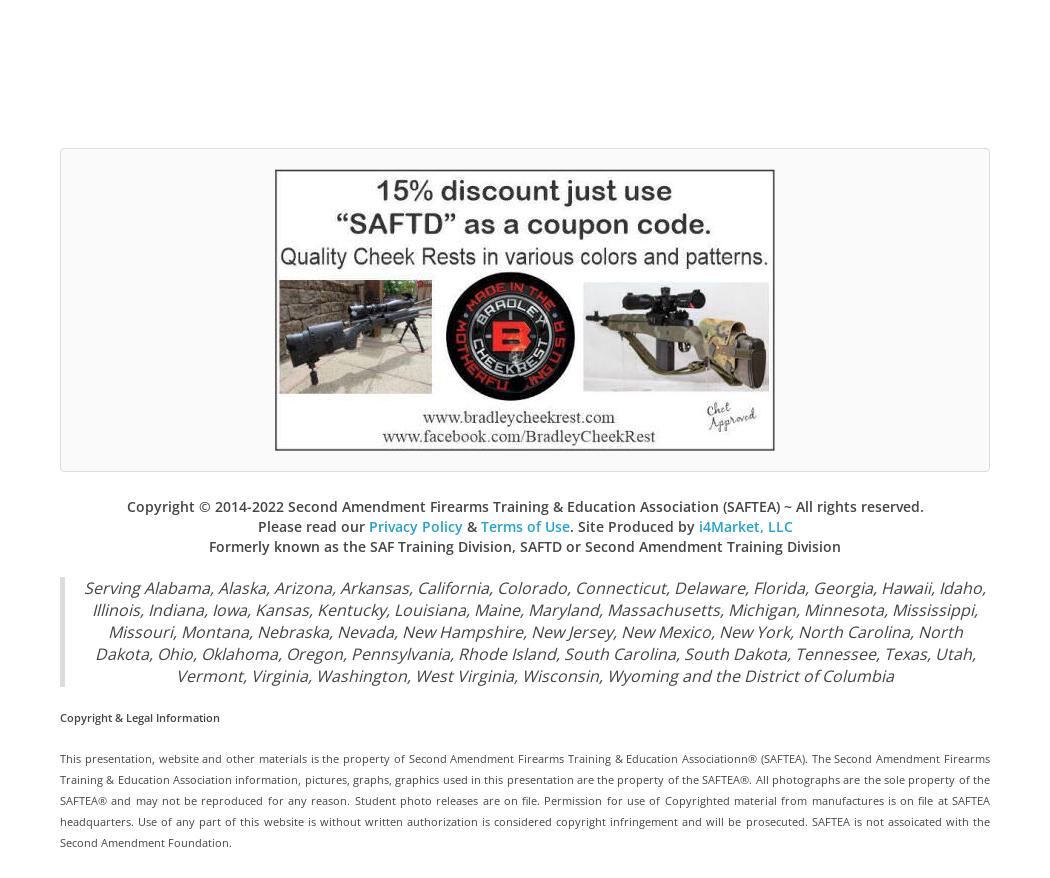 The image size is (1050, 878). Describe the element at coordinates (523, 505) in the screenshot. I see `'Copyright © 2014-2022 Second Amendment Firearms Training & Education Association (SAFTEA) ~ All rights reserved.'` at that location.